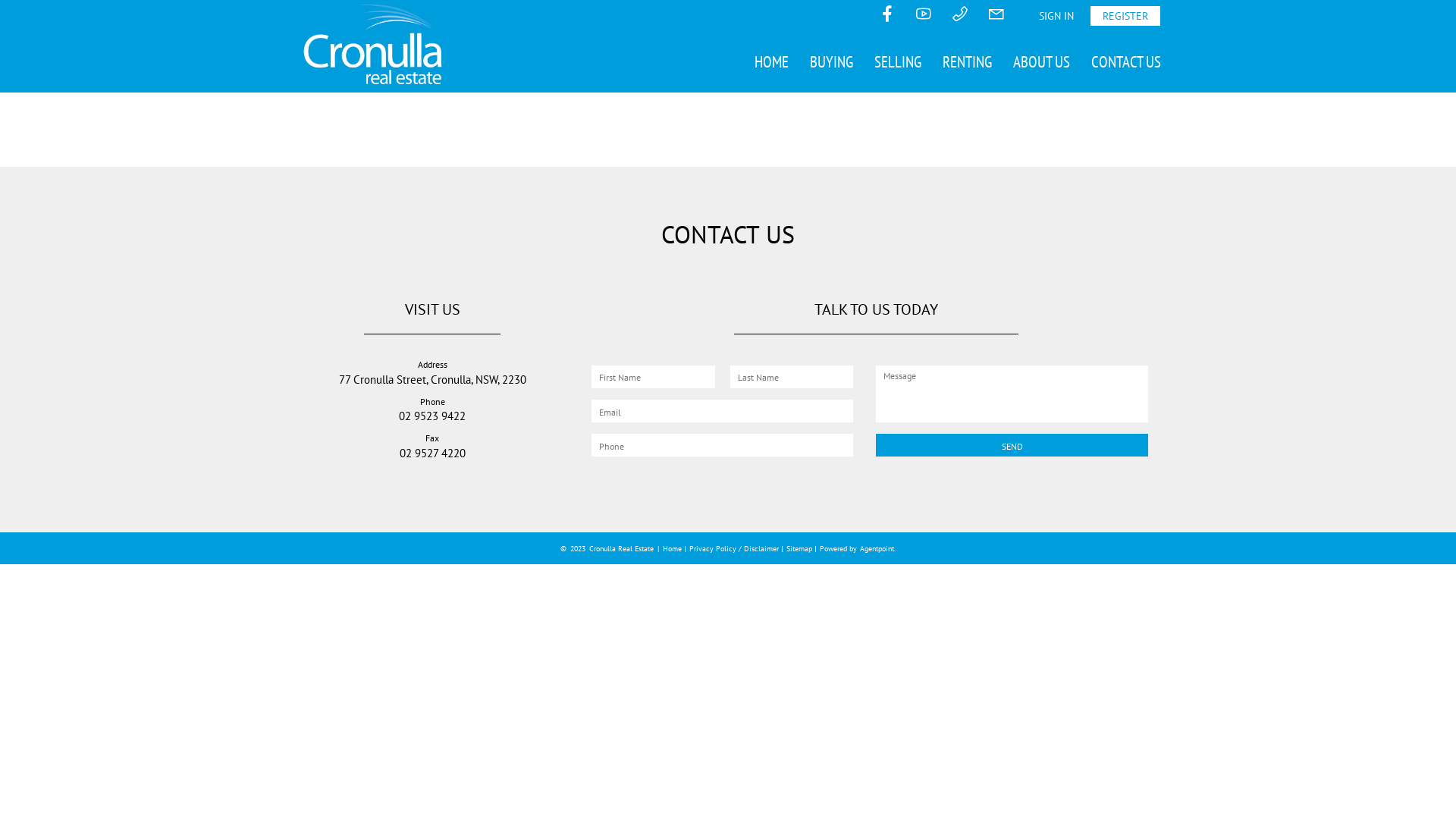 Image resolution: width=1456 pixels, height=819 pixels. What do you see at coordinates (431, 416) in the screenshot?
I see `'02 9523 9422'` at bounding box center [431, 416].